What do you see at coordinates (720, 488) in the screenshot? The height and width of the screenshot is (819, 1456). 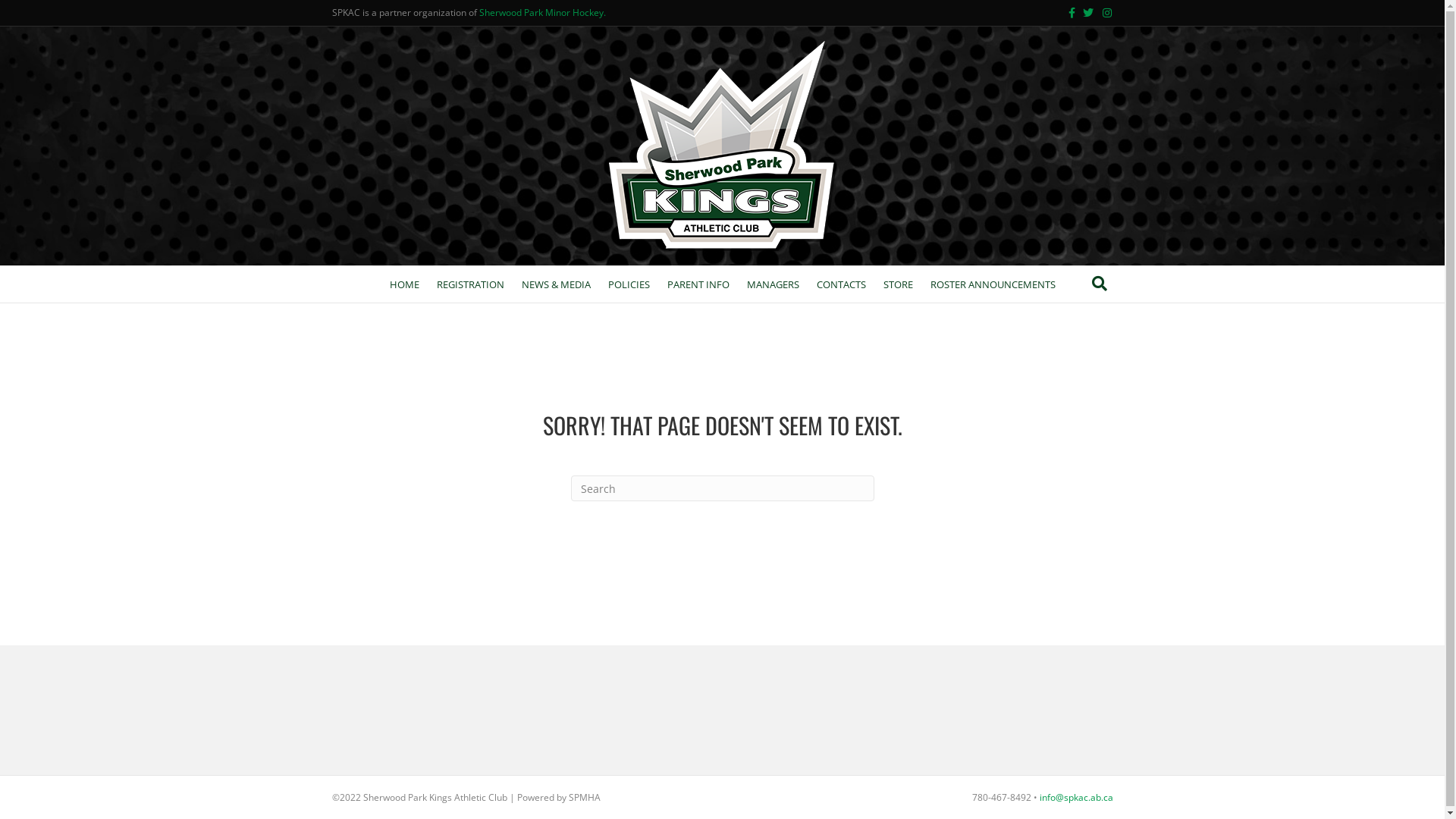 I see `'Type and press Enter to search.'` at bounding box center [720, 488].